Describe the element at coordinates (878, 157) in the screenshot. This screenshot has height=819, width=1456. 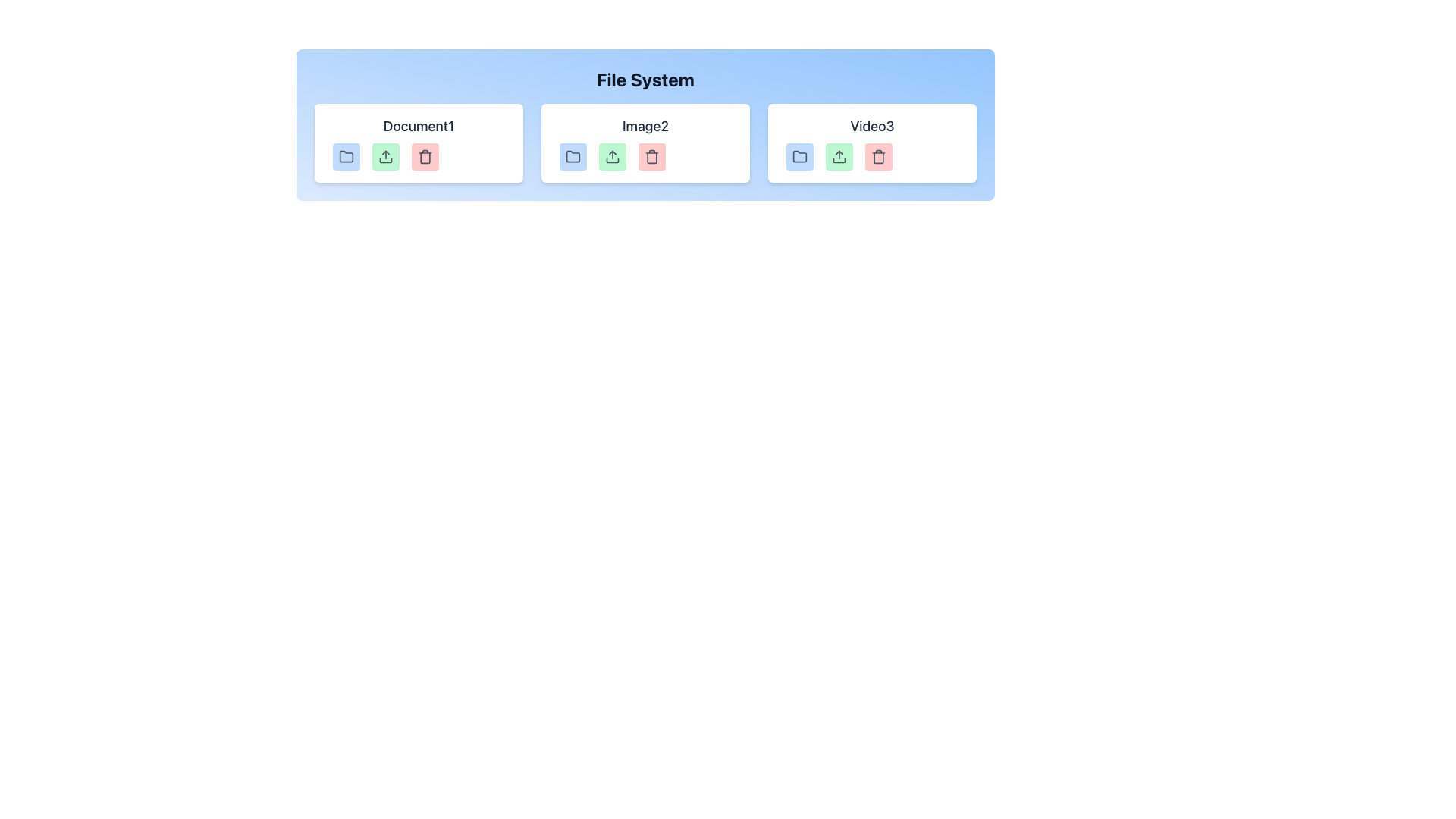
I see `the small red delete button with a trash bin icon located at the far right of the action buttons in the 'Video3' card` at that location.